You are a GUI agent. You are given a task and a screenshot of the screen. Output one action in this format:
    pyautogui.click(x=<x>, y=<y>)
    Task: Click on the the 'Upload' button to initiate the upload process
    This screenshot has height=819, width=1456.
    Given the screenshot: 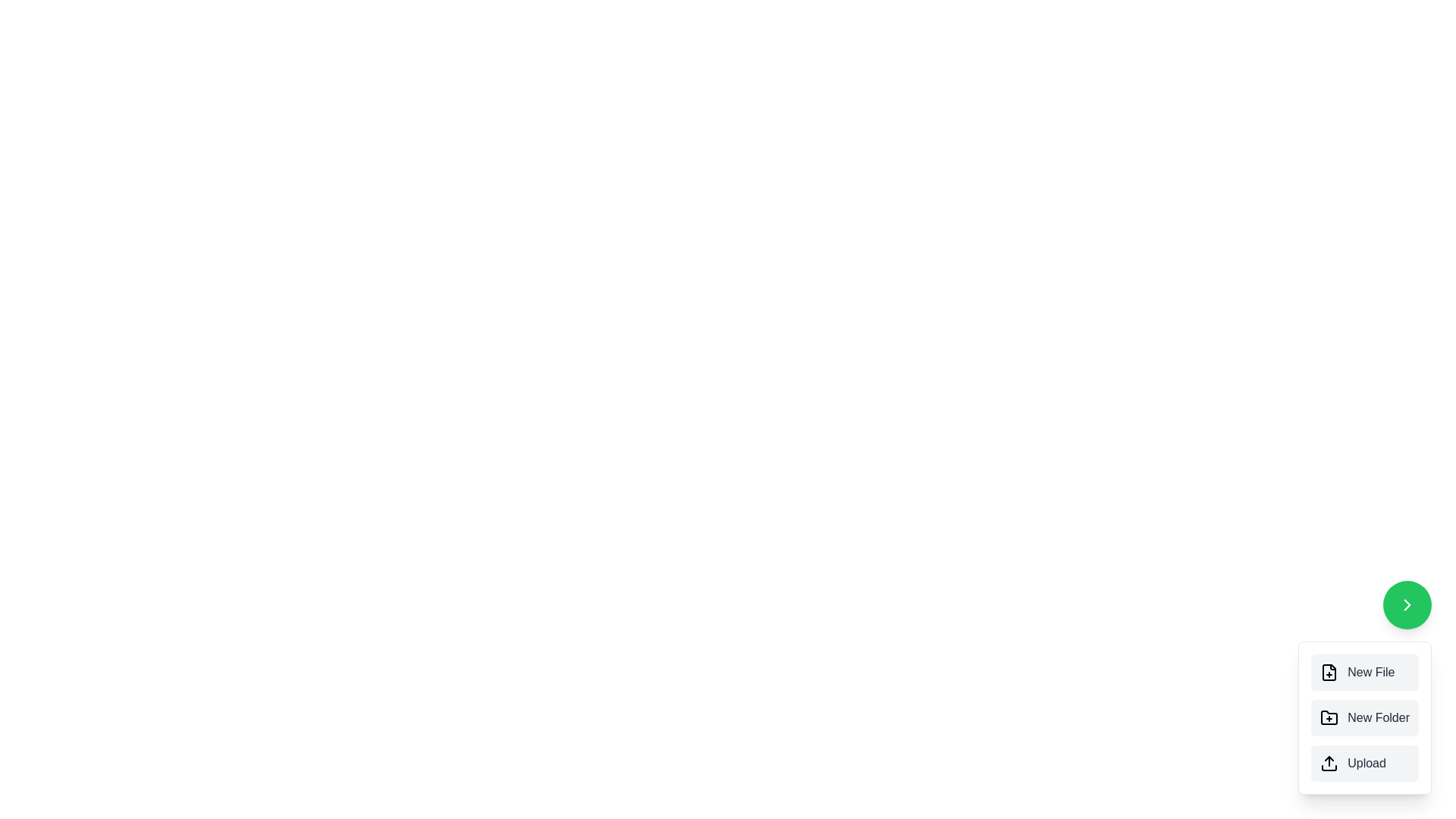 What is the action you would take?
    pyautogui.click(x=1365, y=763)
    